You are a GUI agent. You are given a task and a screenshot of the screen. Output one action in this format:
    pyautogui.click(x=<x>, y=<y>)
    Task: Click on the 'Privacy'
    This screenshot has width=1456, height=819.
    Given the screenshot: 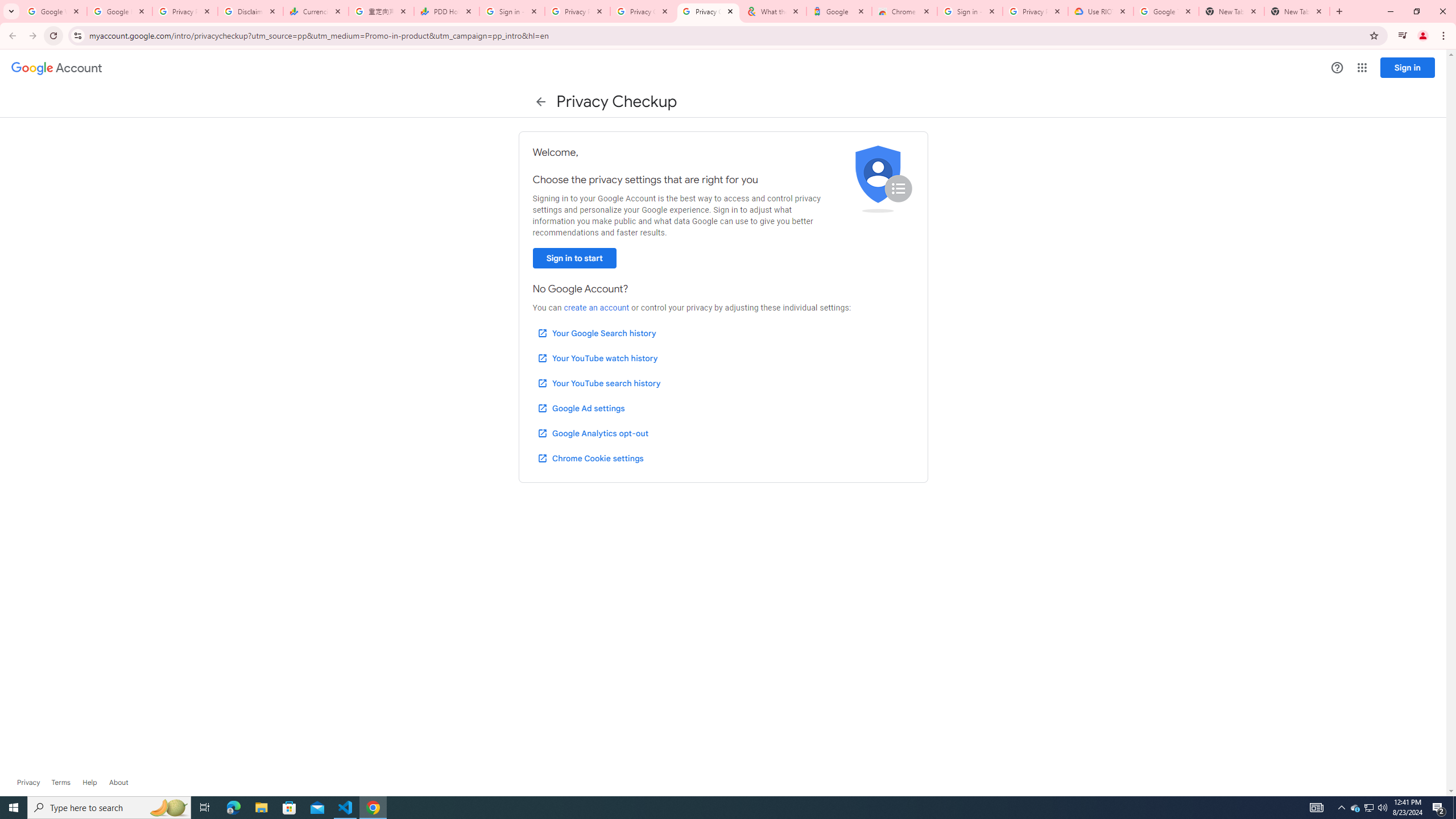 What is the action you would take?
    pyautogui.click(x=28, y=781)
    